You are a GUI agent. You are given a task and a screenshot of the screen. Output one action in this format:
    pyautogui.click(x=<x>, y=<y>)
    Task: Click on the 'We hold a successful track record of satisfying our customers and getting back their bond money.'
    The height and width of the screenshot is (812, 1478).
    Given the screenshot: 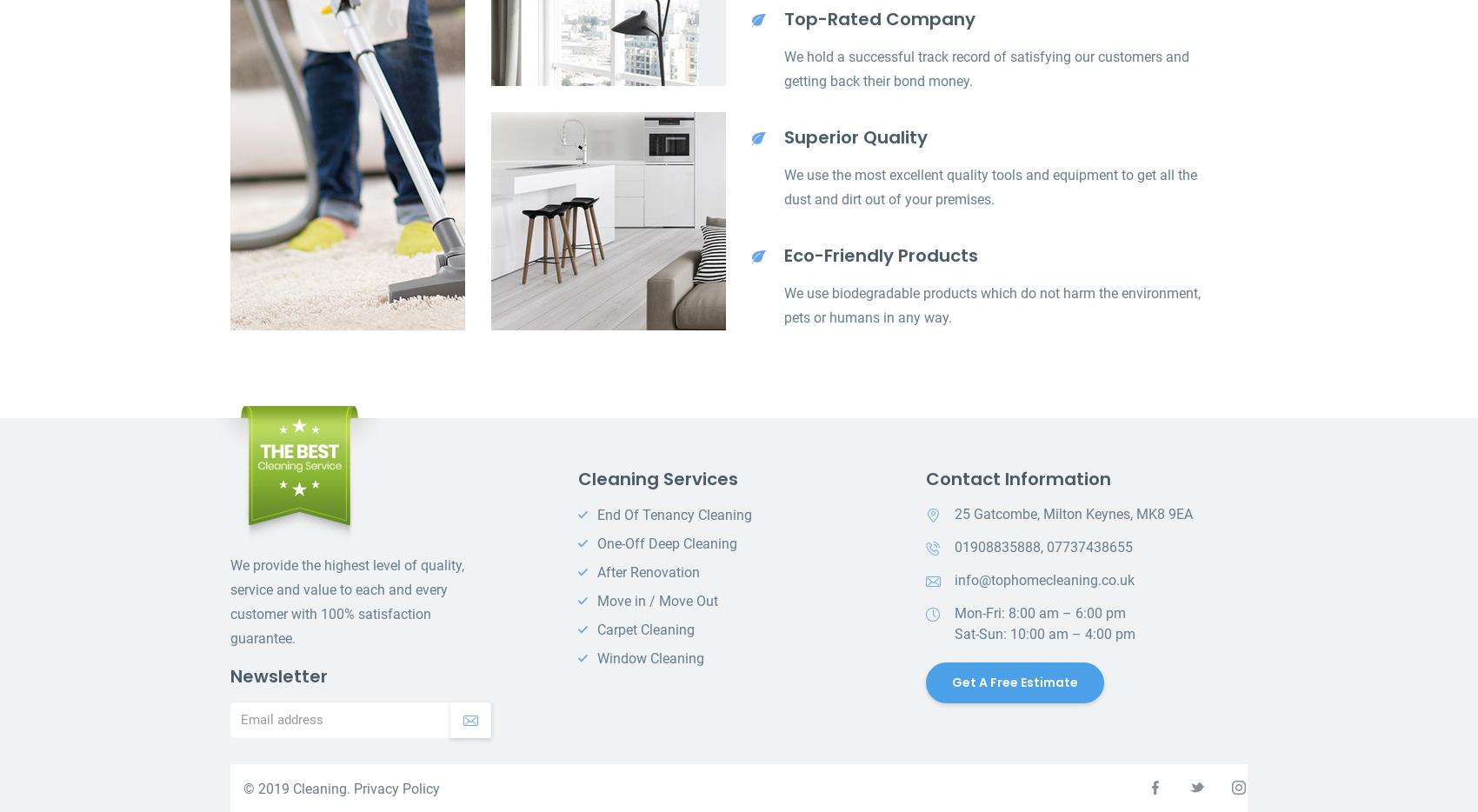 What is the action you would take?
    pyautogui.click(x=986, y=69)
    